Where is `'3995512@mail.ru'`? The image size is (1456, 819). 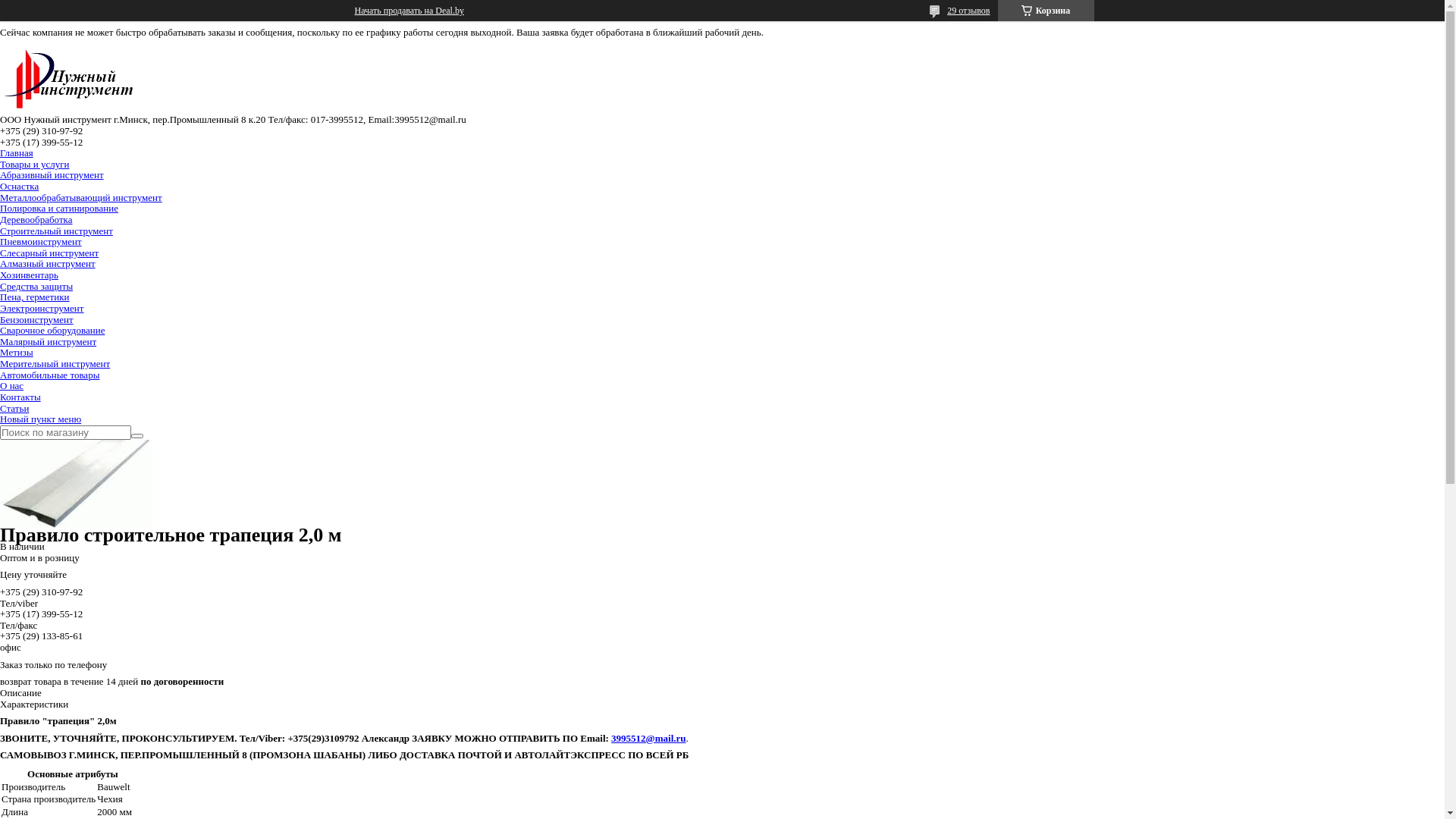 '3995512@mail.ru' is located at coordinates (611, 737).